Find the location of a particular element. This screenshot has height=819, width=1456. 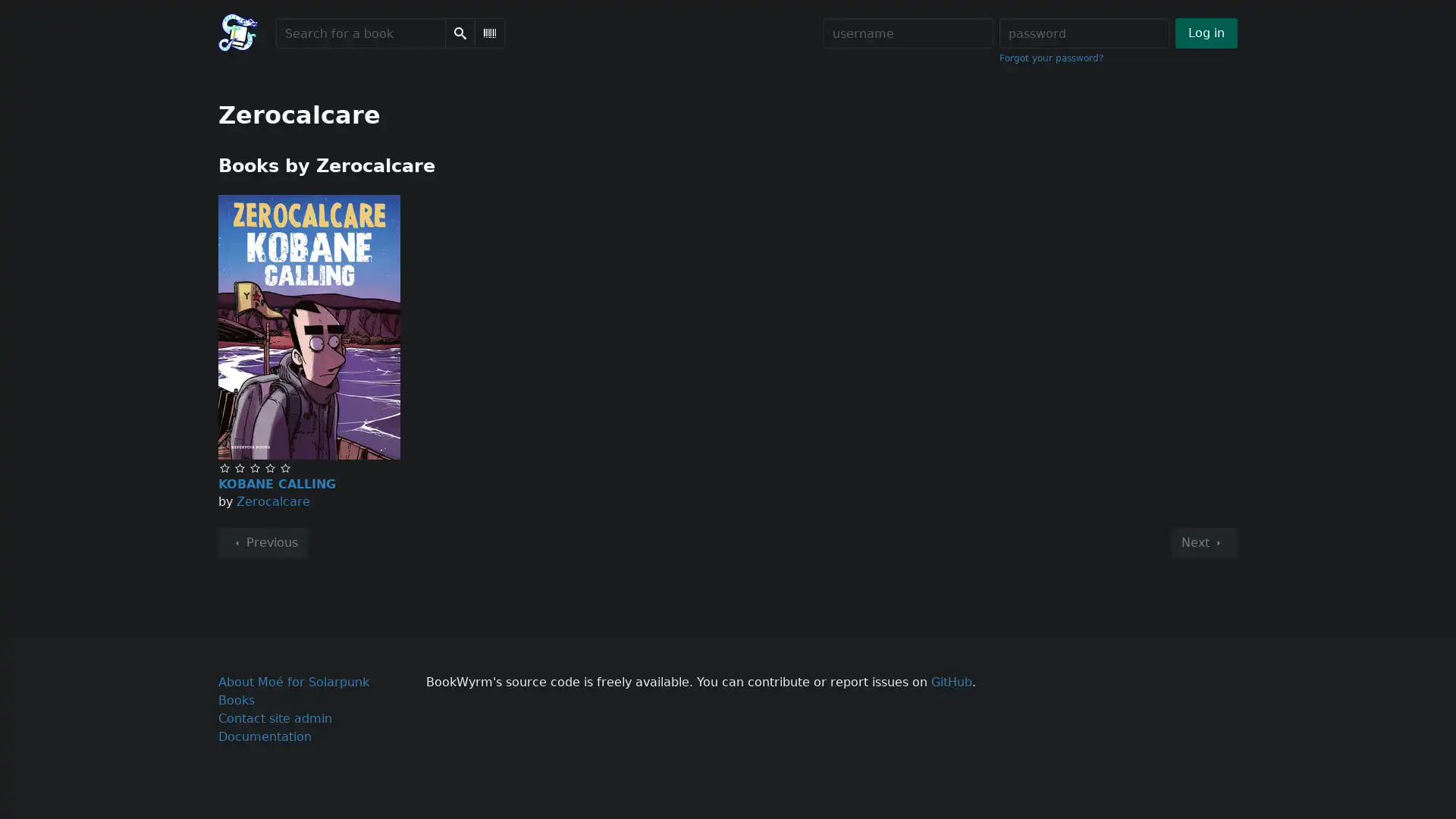

Log in is located at coordinates (1205, 33).